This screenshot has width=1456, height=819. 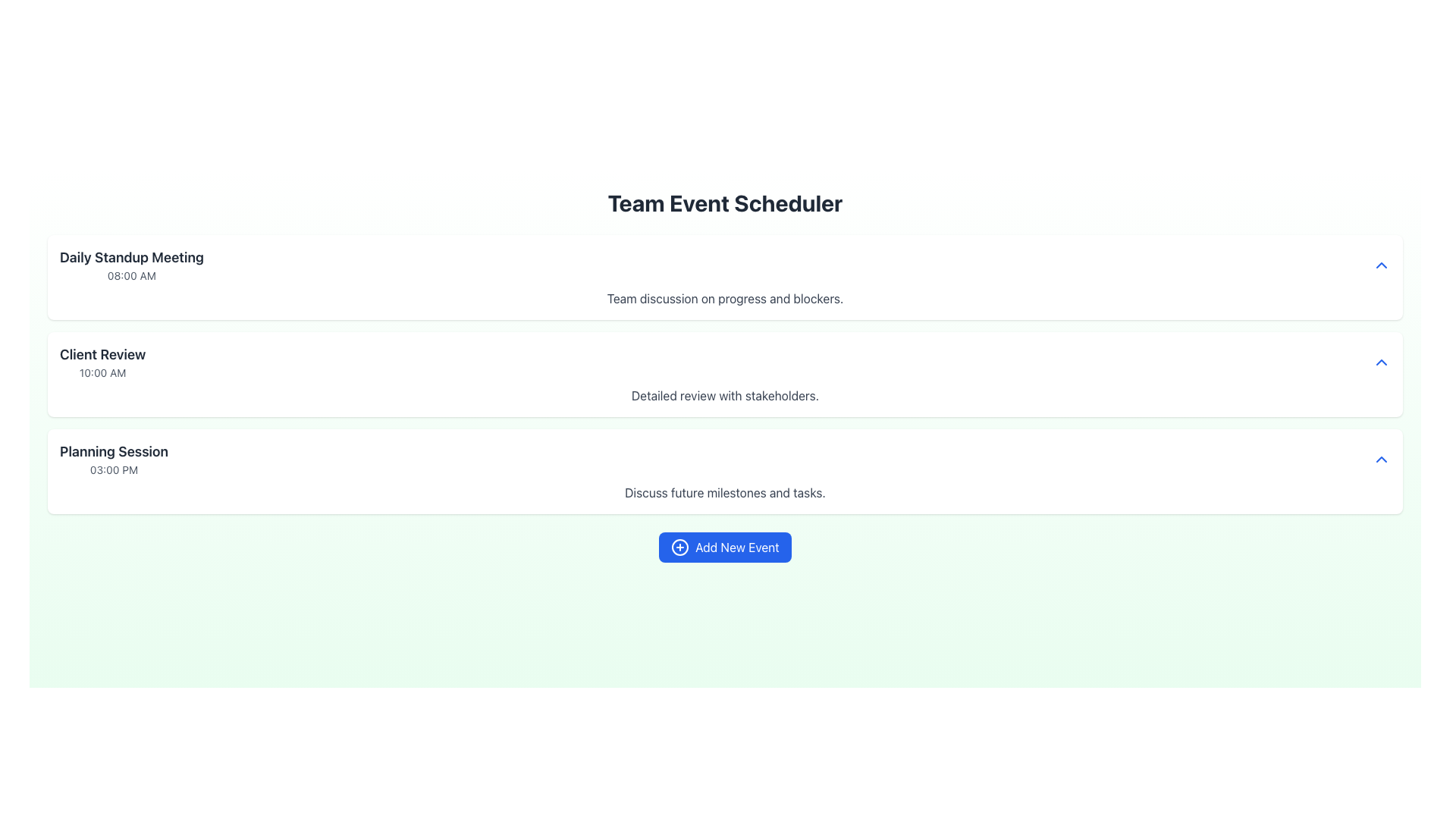 What do you see at coordinates (102, 362) in the screenshot?
I see `the text block displaying 'Client Review' and '10:00 AM', which is positioned between 'Daily Standup Meeting' and 'Planning Session' in the schedule layout` at bounding box center [102, 362].